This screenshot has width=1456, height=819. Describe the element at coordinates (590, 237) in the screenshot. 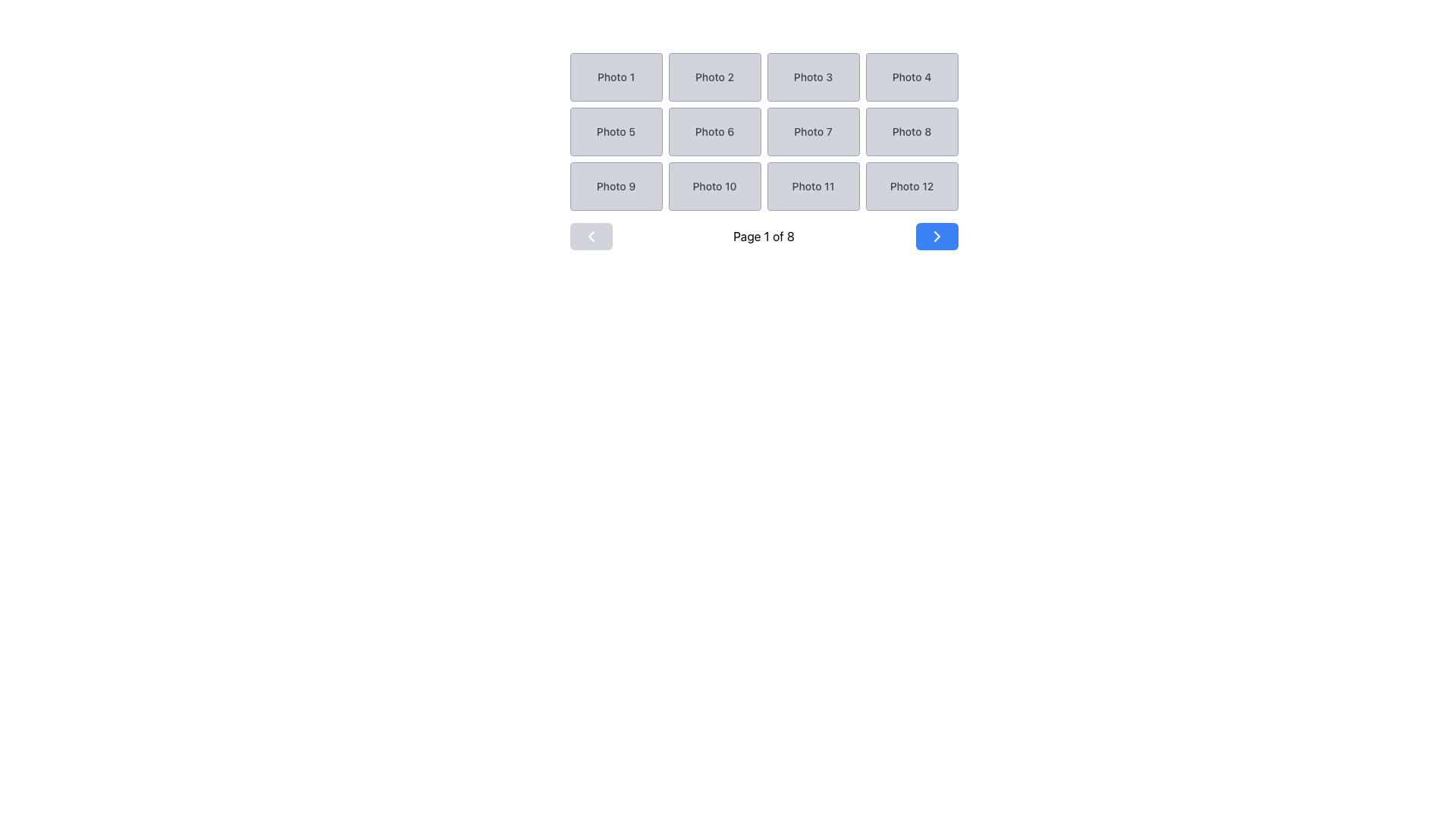

I see `the previous page button located on the bottom-left side of the UI` at that location.